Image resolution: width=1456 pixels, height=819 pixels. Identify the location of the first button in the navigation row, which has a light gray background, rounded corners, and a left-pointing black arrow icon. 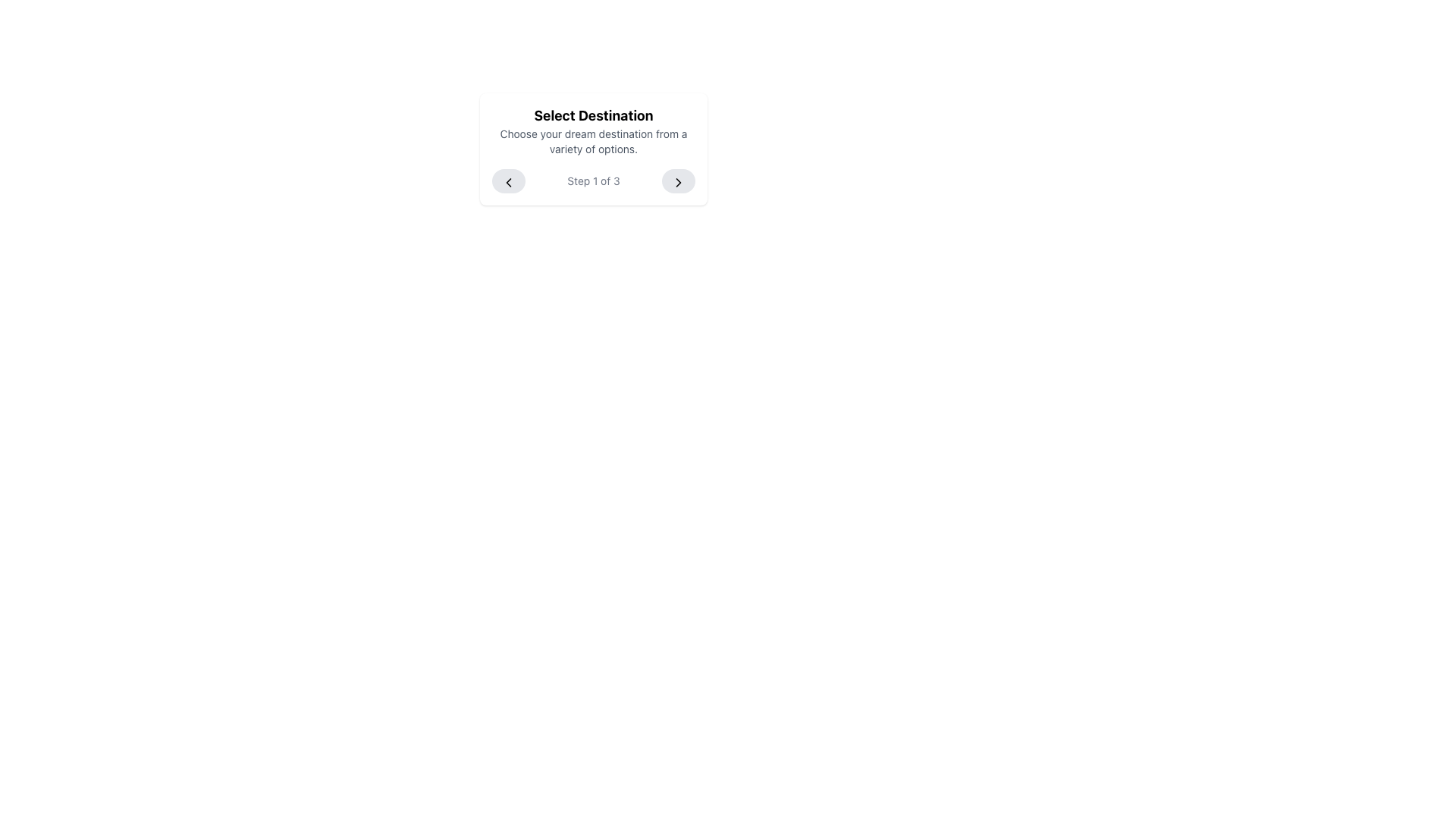
(509, 180).